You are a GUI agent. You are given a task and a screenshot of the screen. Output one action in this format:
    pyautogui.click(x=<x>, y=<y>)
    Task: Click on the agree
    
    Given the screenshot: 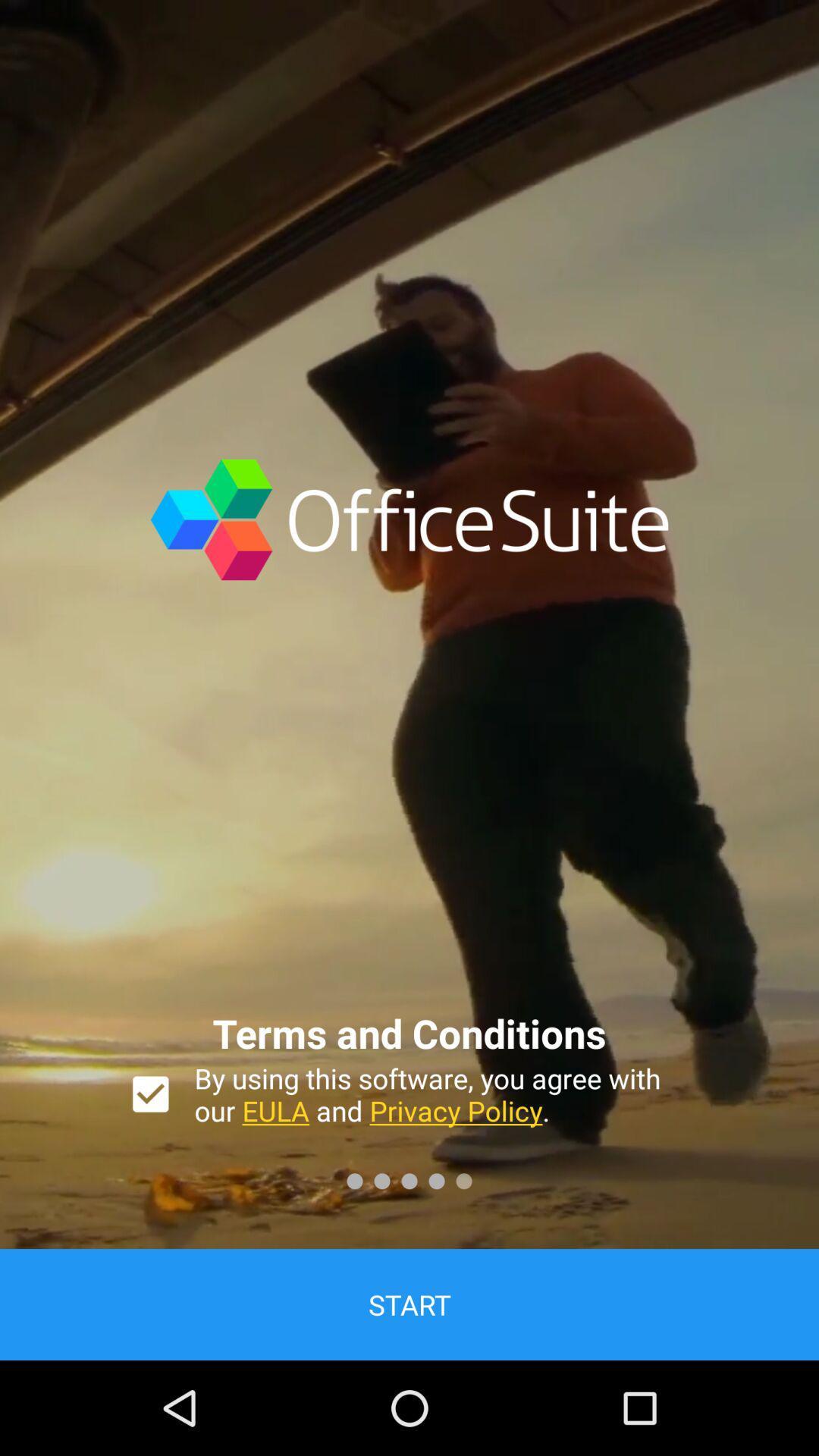 What is the action you would take?
    pyautogui.click(x=150, y=1094)
    